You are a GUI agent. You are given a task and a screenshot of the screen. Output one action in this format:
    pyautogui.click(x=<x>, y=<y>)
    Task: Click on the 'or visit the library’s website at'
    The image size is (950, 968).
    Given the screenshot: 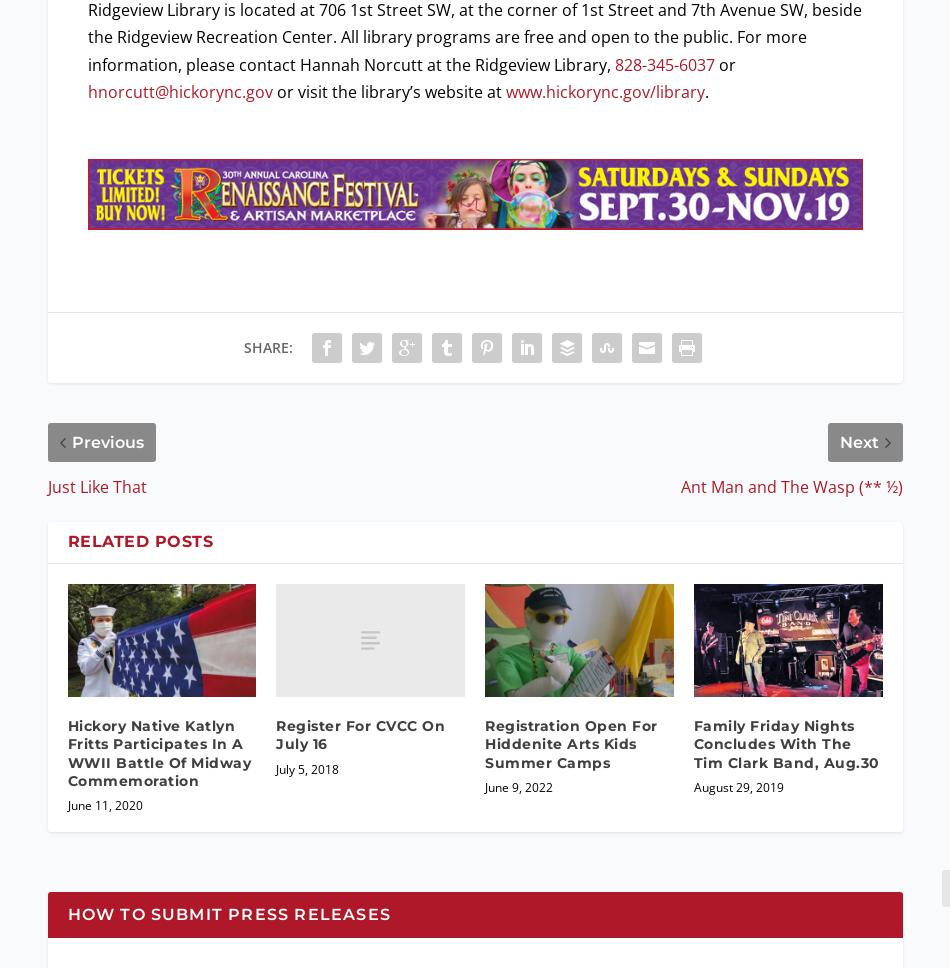 What is the action you would take?
    pyautogui.click(x=270, y=90)
    